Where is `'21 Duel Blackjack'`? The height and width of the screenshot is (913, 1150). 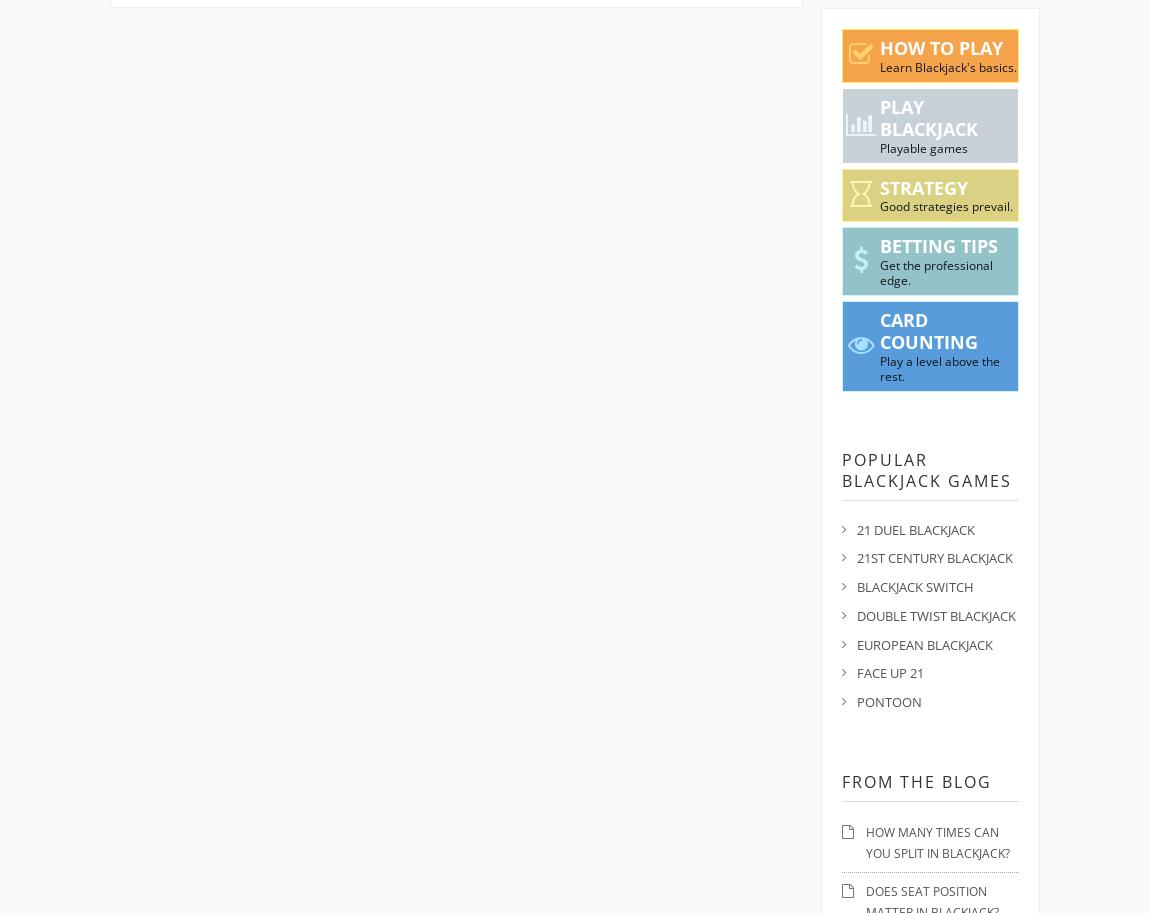
'21 Duel Blackjack' is located at coordinates (915, 528).